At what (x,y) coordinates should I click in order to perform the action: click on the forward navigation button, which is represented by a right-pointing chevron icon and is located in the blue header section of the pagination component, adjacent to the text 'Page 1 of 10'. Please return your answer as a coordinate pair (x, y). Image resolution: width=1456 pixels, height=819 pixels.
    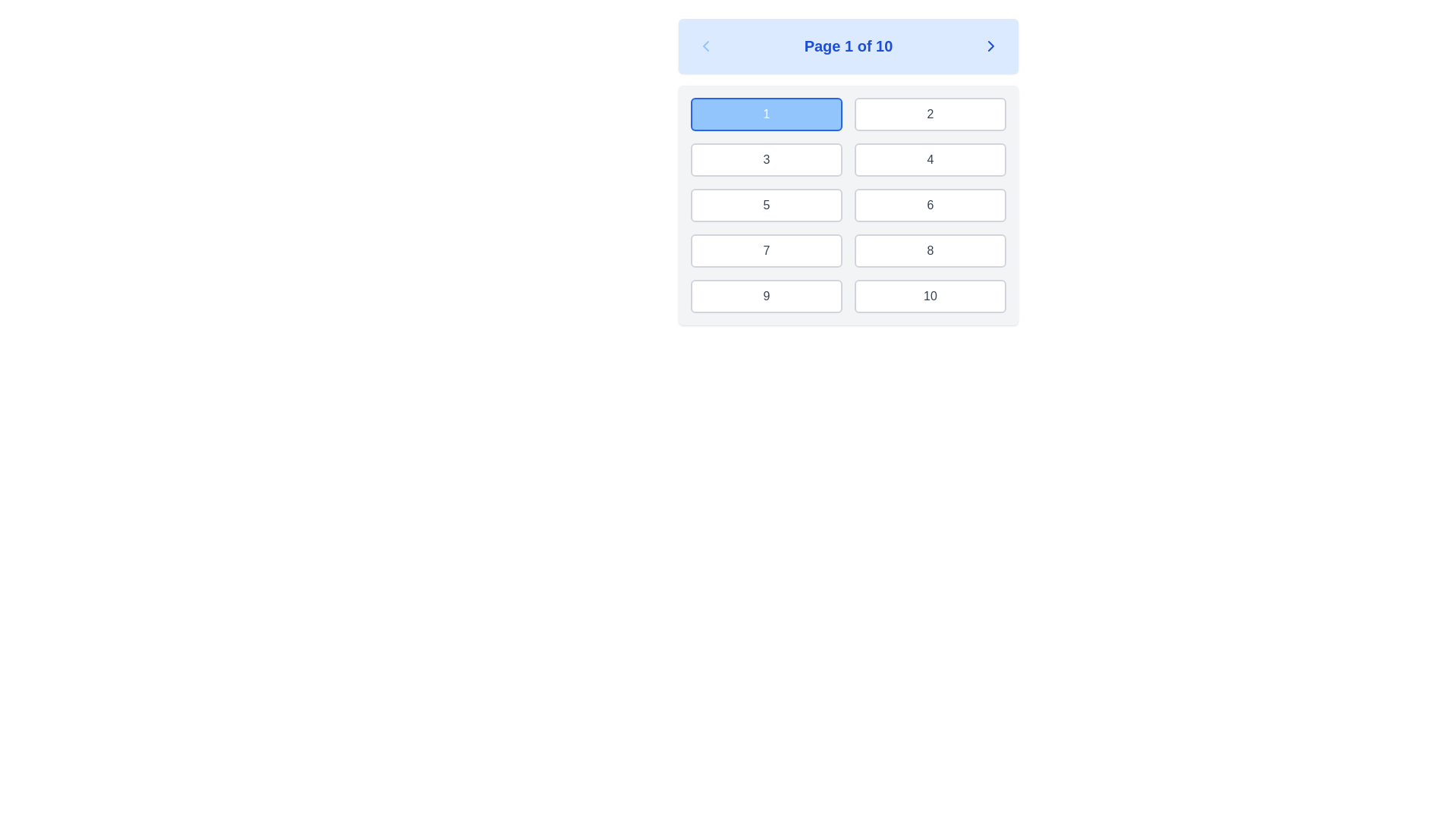
    Looking at the image, I should click on (990, 45).